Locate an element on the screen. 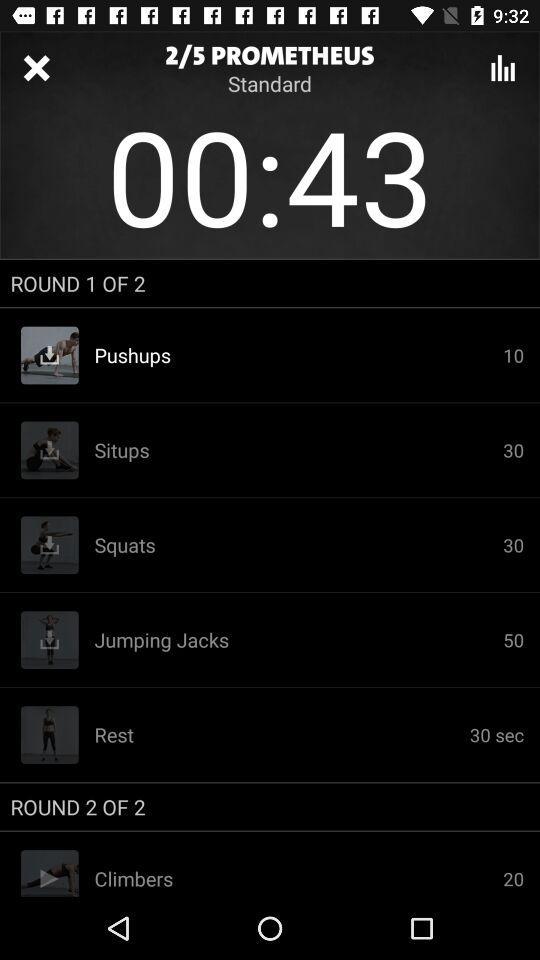 This screenshot has width=540, height=960. the sliders icon is located at coordinates (502, 68).